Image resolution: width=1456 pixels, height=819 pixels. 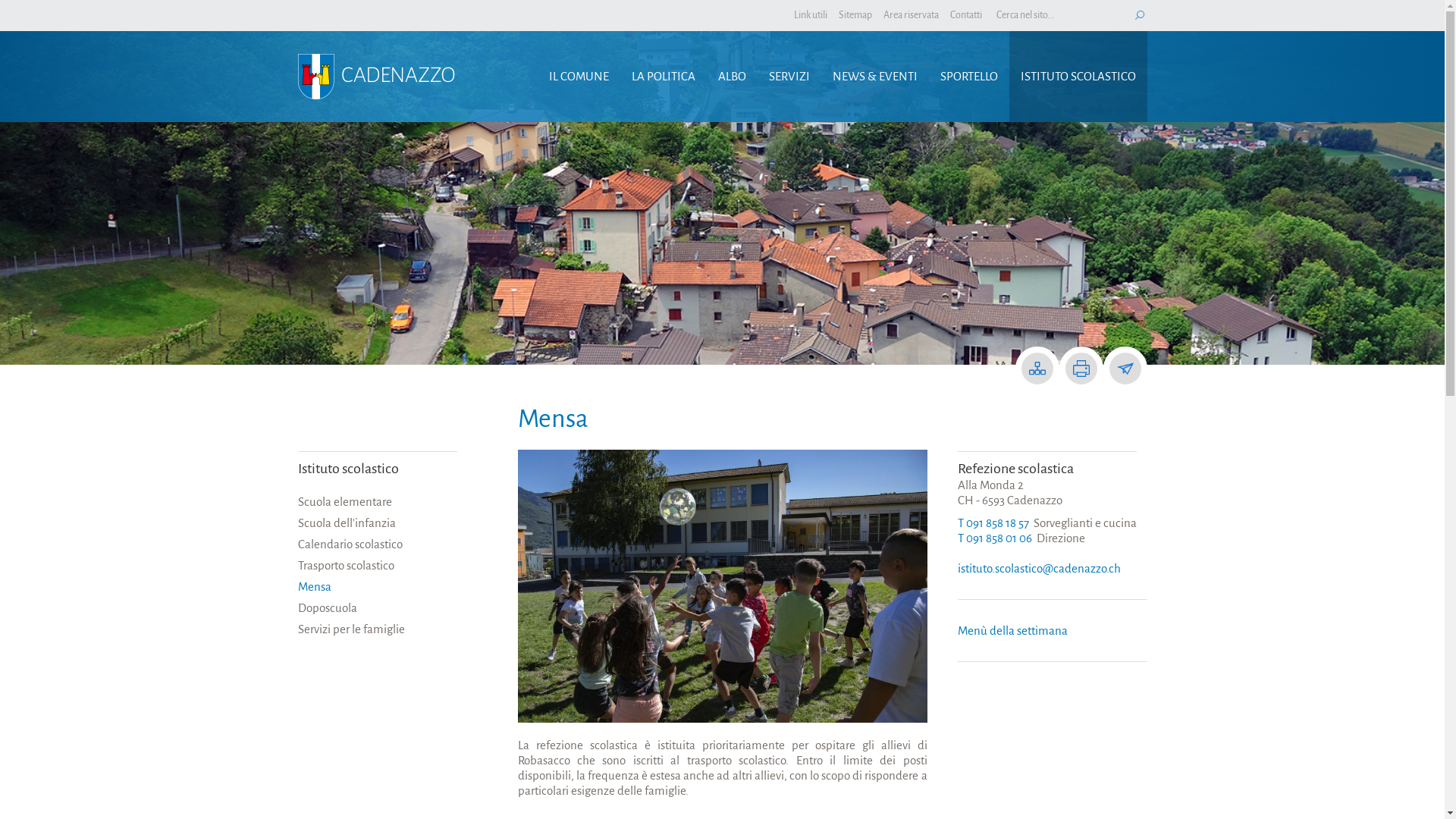 I want to click on 'Scrivici', so click(x=1125, y=369).